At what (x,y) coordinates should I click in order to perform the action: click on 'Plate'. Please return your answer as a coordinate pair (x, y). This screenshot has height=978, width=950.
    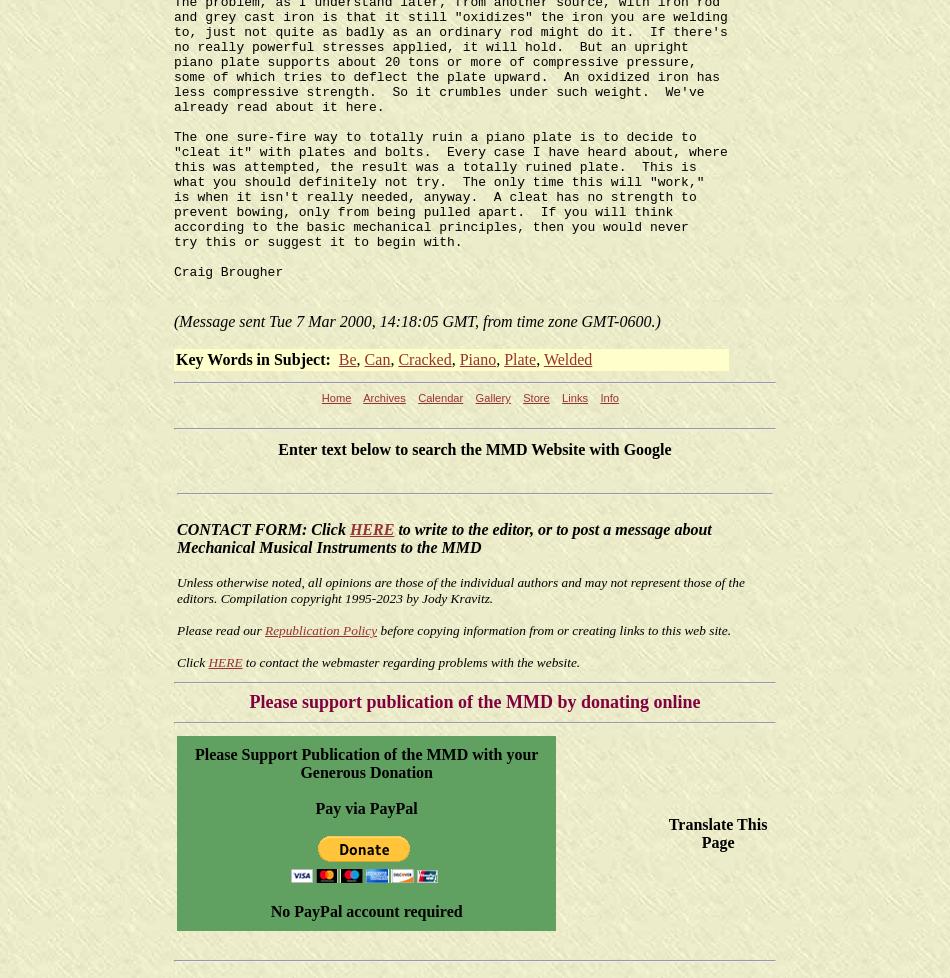
    Looking at the image, I should click on (520, 358).